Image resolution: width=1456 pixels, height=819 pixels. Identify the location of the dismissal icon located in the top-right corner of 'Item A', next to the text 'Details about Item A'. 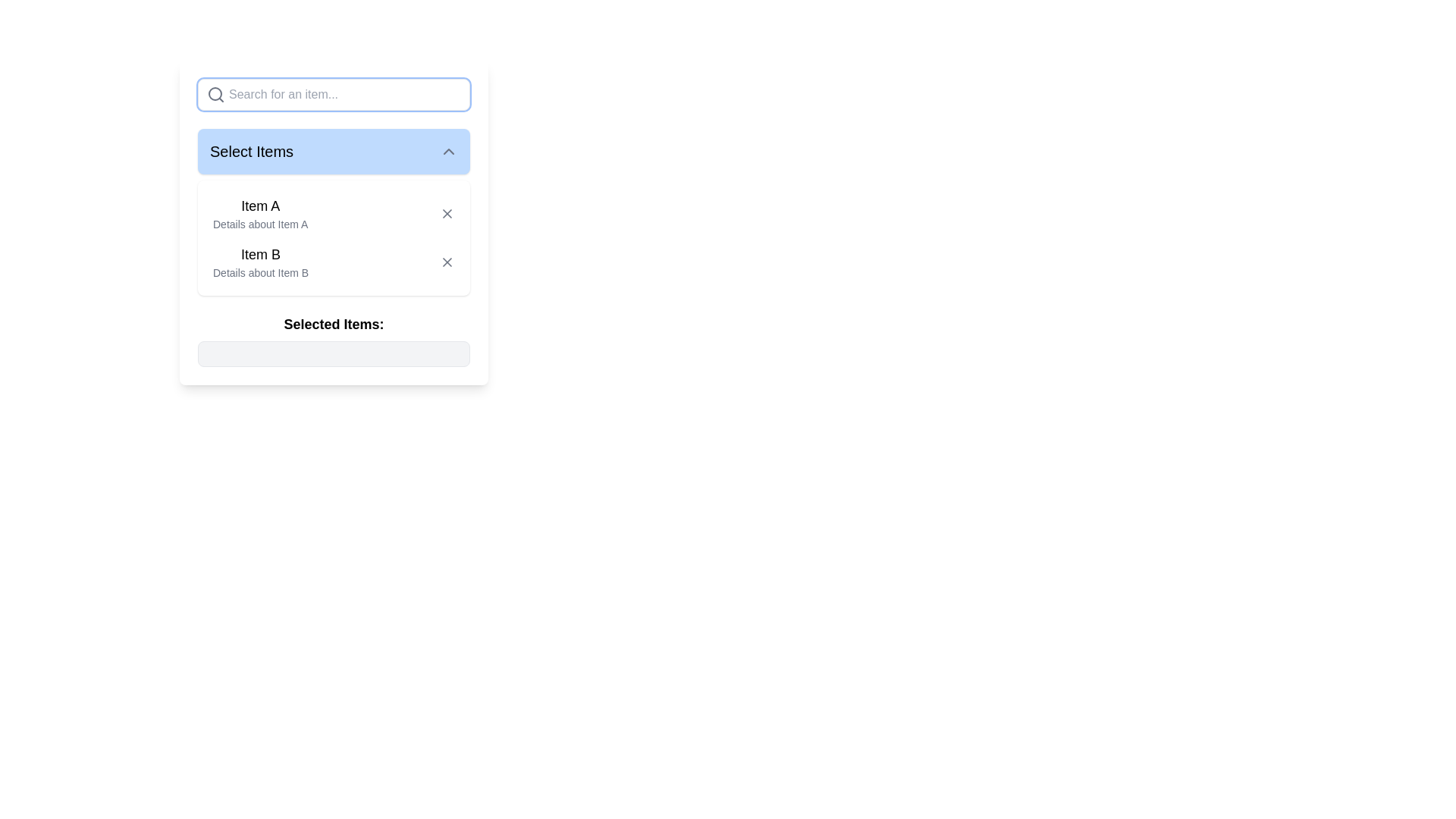
(447, 213).